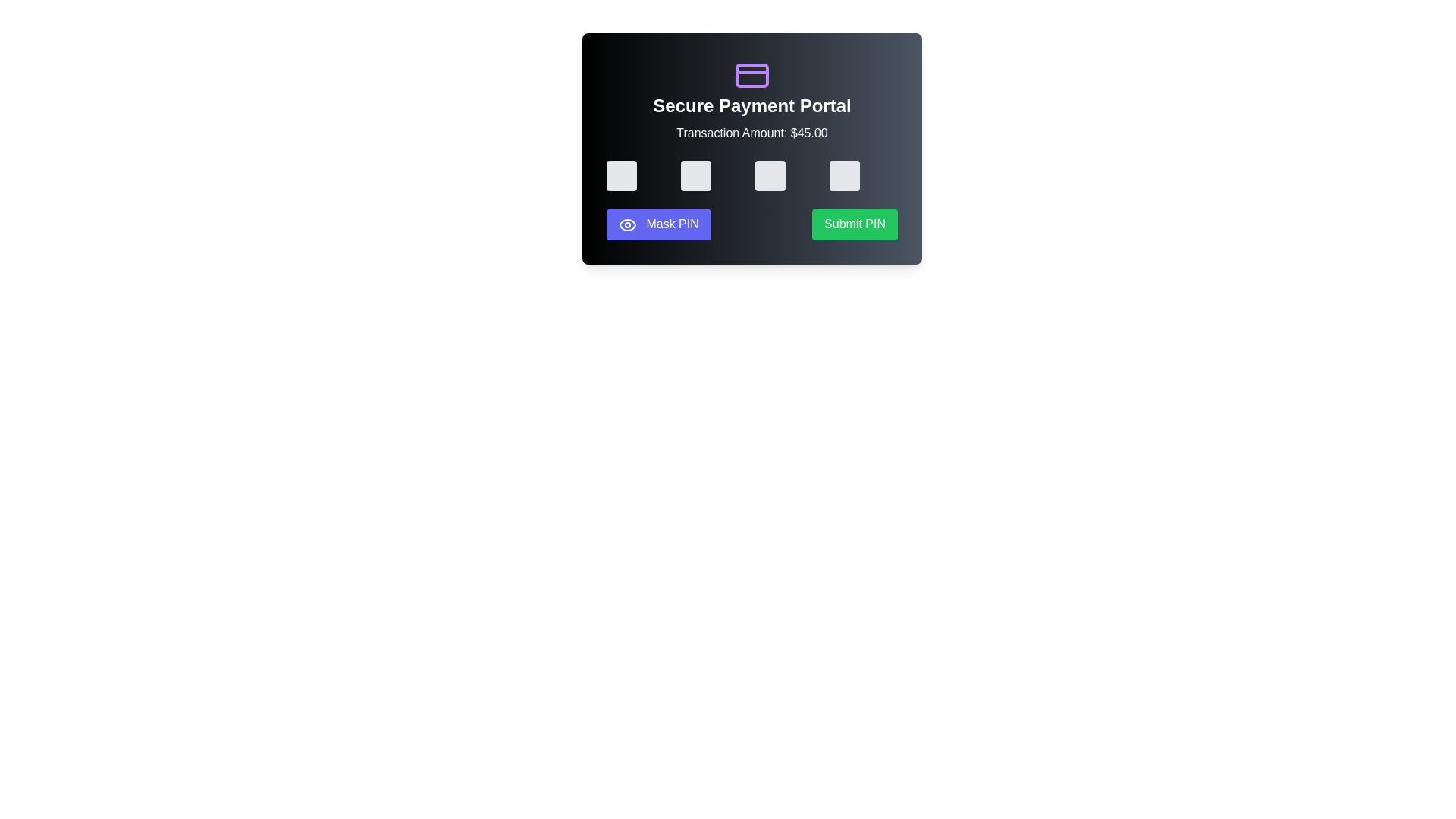 This screenshot has width=1456, height=819. I want to click on the text label displaying 'Transaction Amount: $45.00', which is centrally aligned and styled in white against a dark gray background, located below the heading 'Secure Payment Portal', so click(752, 133).